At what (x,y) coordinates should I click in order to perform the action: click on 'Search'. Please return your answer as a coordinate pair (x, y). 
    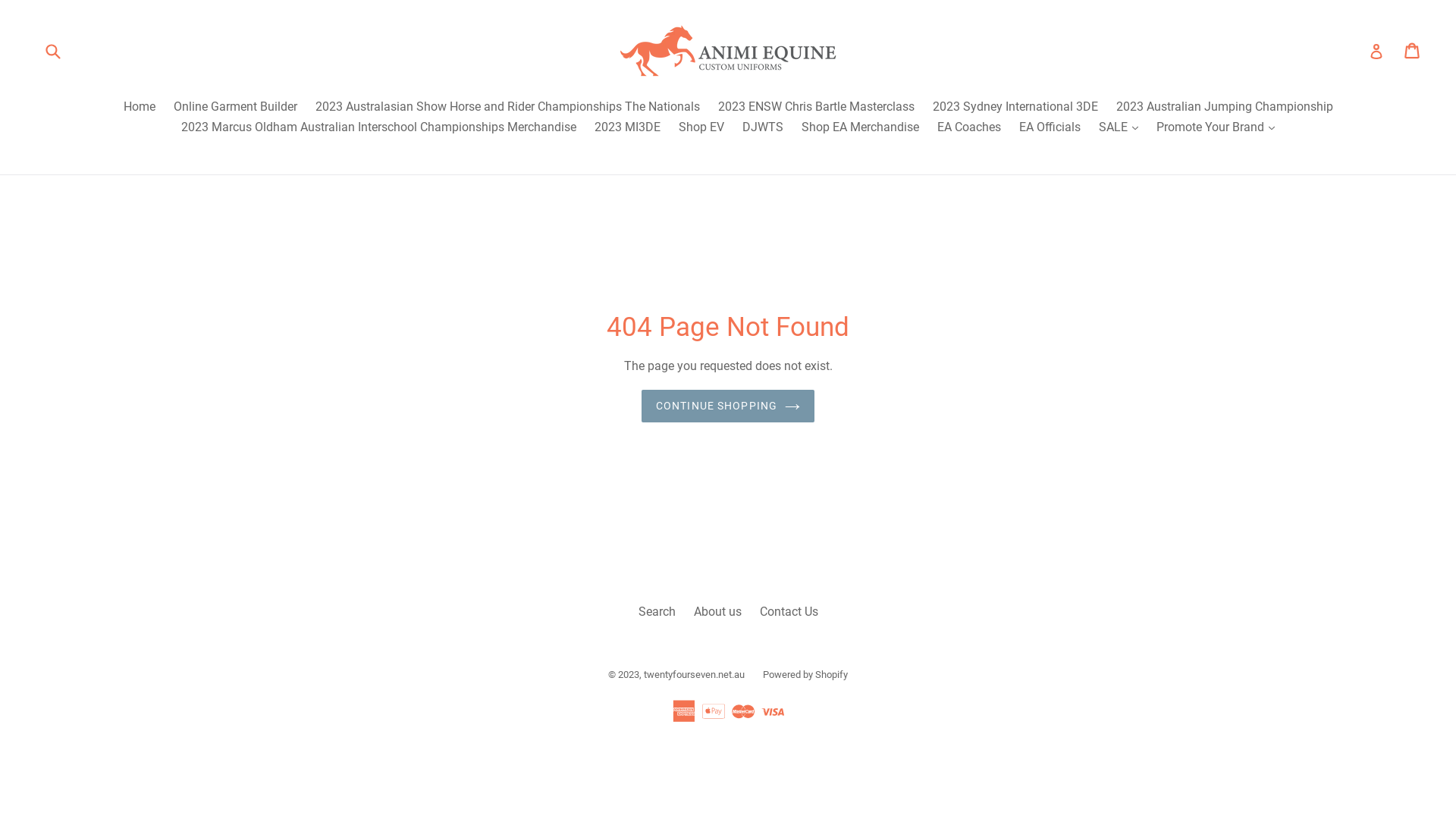
    Looking at the image, I should click on (657, 610).